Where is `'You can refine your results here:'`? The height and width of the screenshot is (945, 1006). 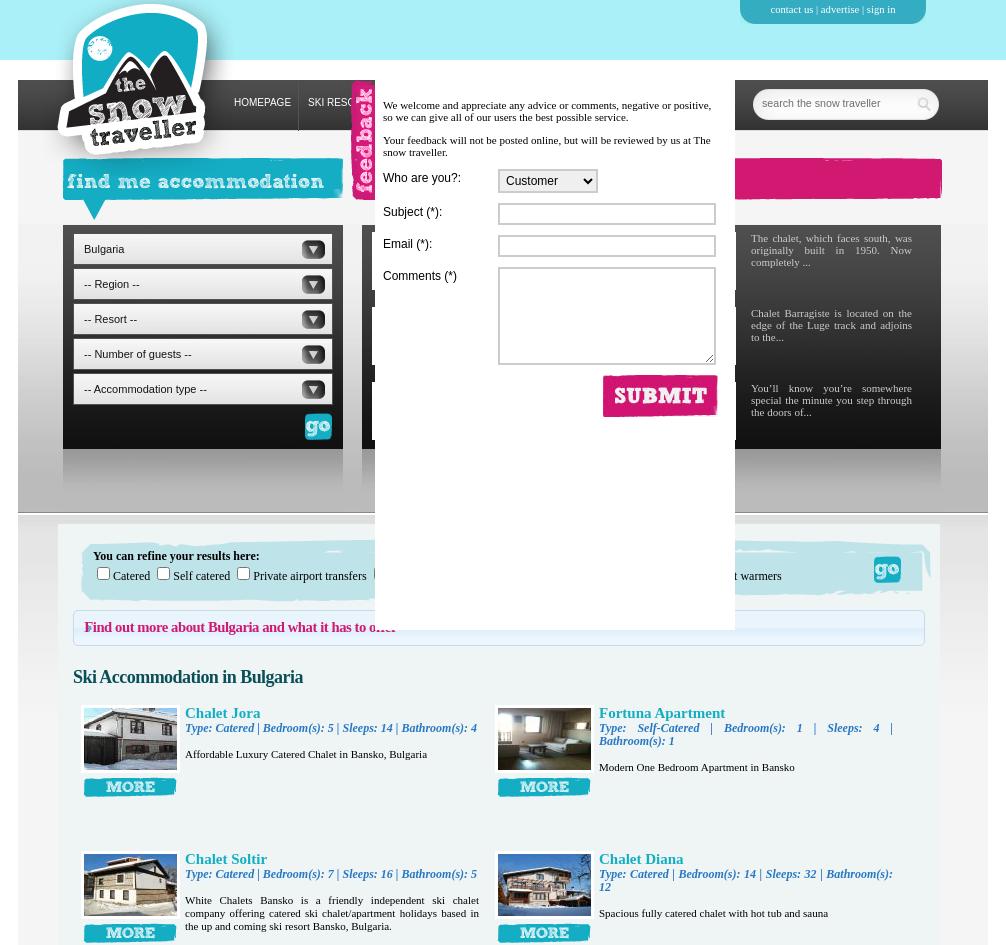
'You can refine your results here:' is located at coordinates (92, 556).